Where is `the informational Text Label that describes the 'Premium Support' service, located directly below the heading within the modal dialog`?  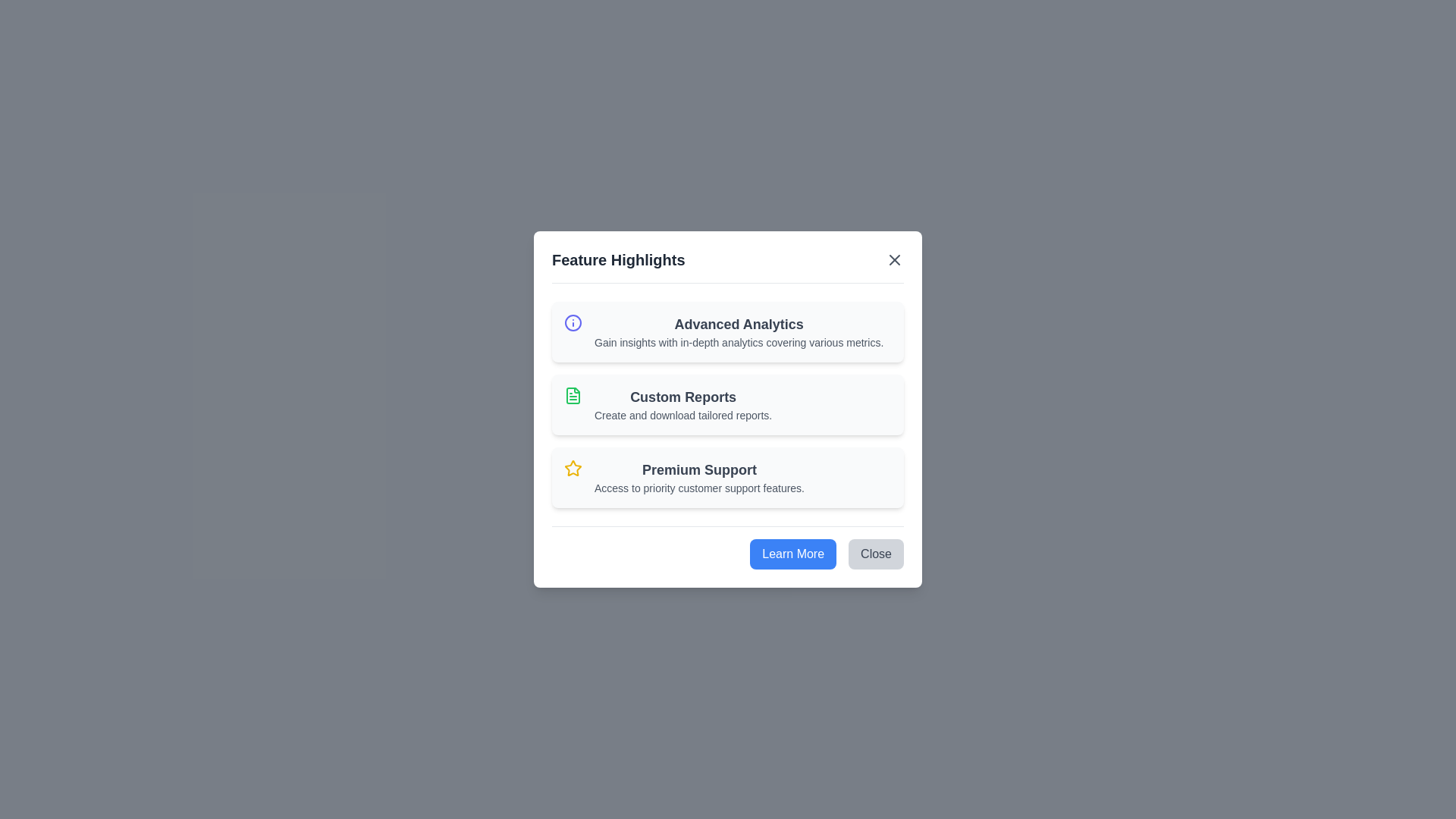 the informational Text Label that describes the 'Premium Support' service, located directly below the heading within the modal dialog is located at coordinates (698, 488).